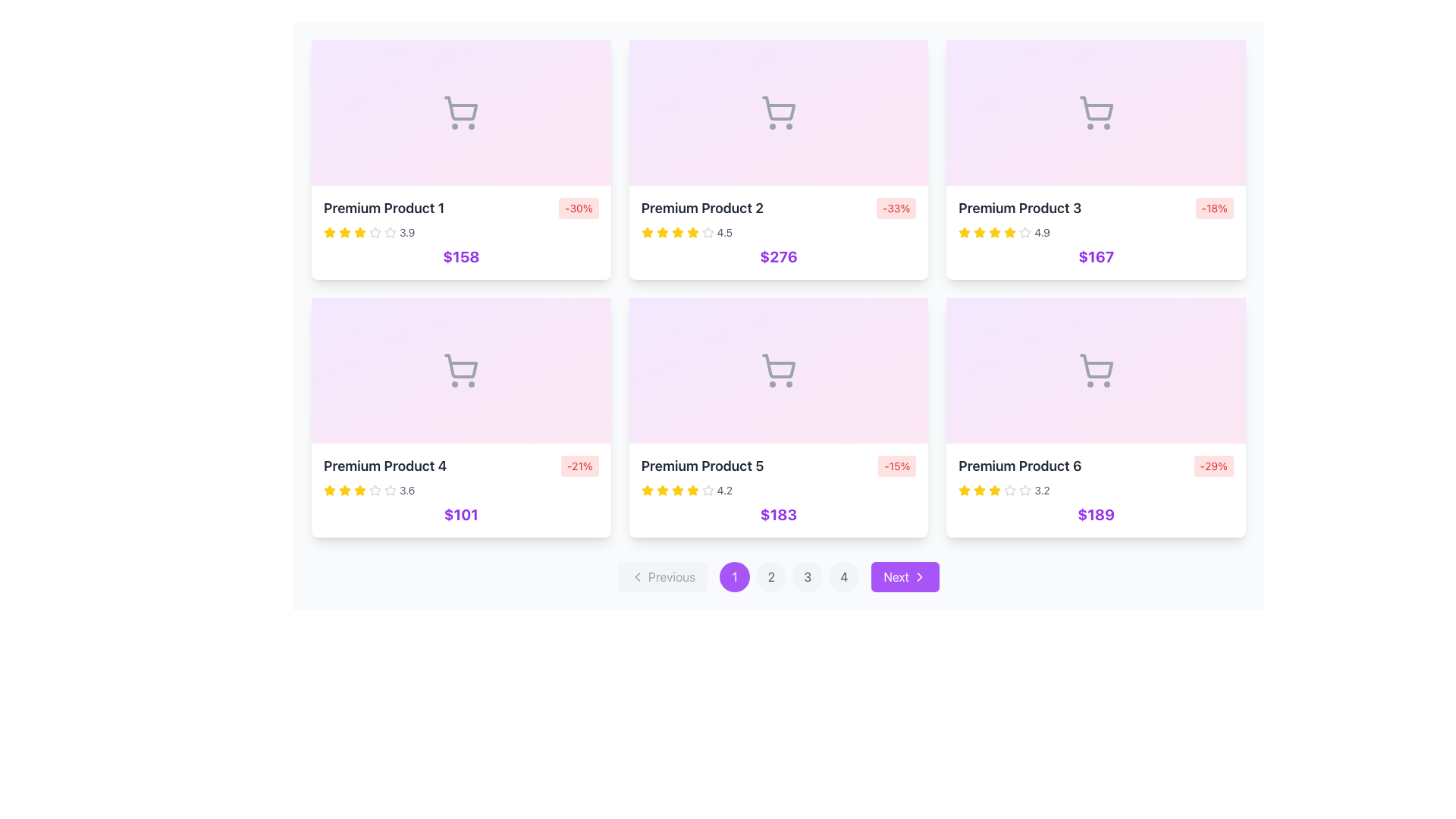 The width and height of the screenshot is (1456, 819). Describe the element at coordinates (359, 491) in the screenshot. I see `the fifth yellow star icon in the rating system below the product title 'Premium Product 4'` at that location.